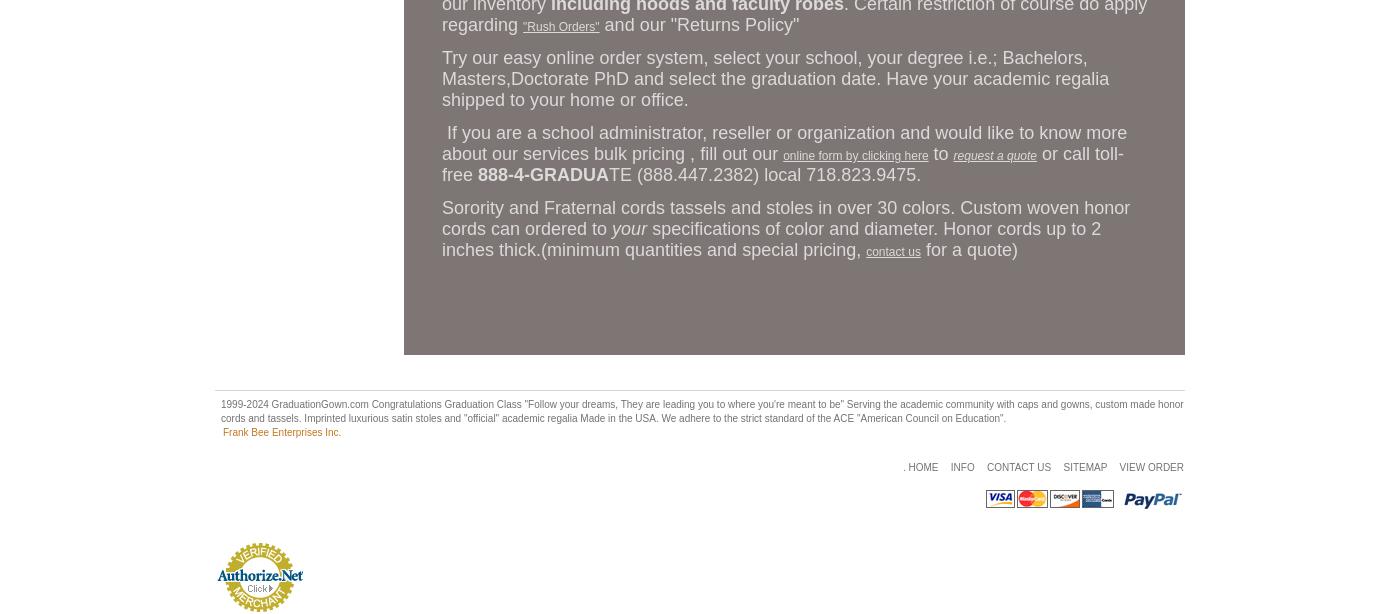  I want to click on 'or call toll-free', so click(783, 163).